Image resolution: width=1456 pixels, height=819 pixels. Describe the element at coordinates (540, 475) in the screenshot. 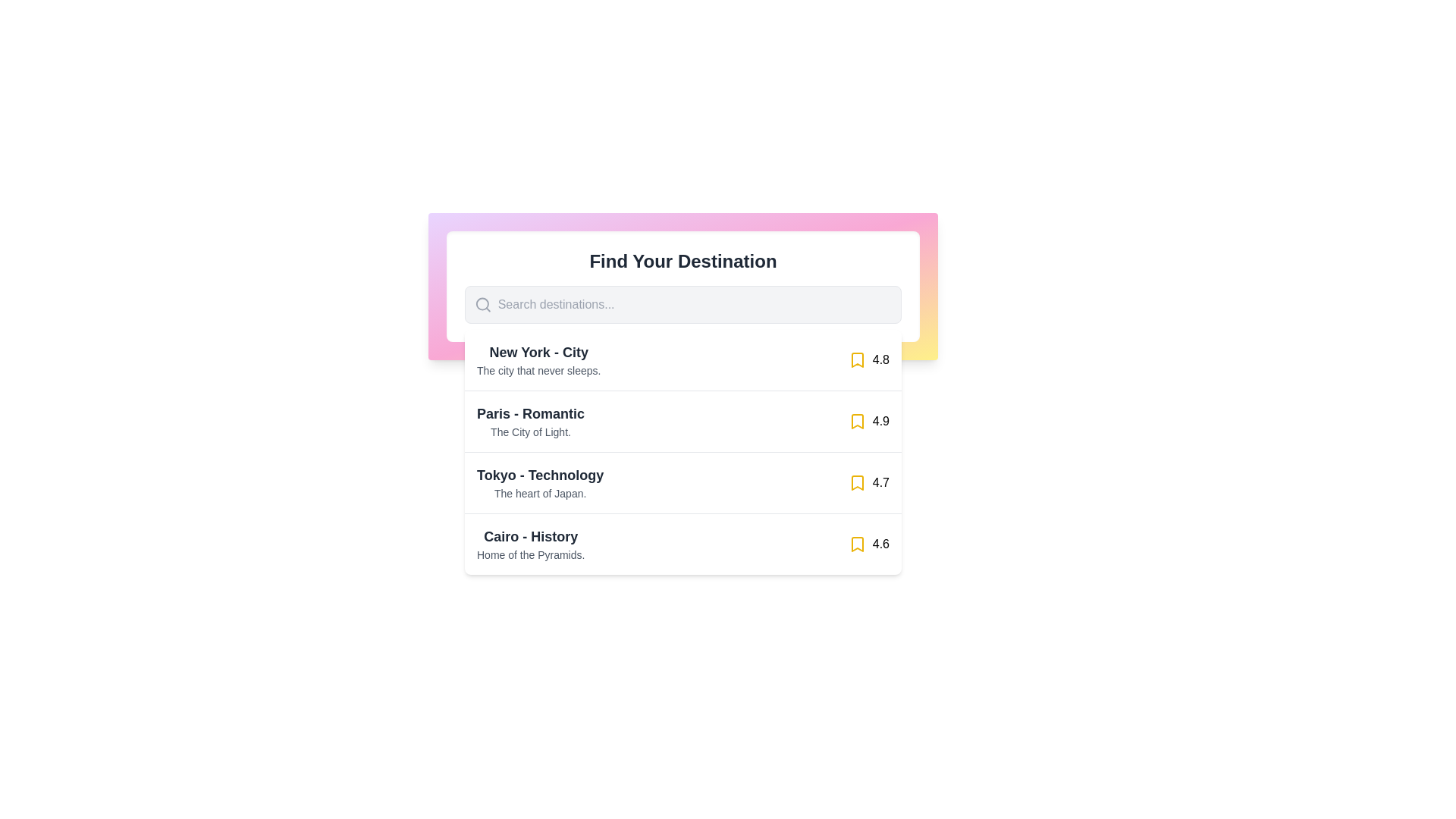

I see `the text label that reads 'Tokyo - Technology', which is styled as a bold, large, and dark gray heading, located above the description text in the third list item of the vertical list` at that location.